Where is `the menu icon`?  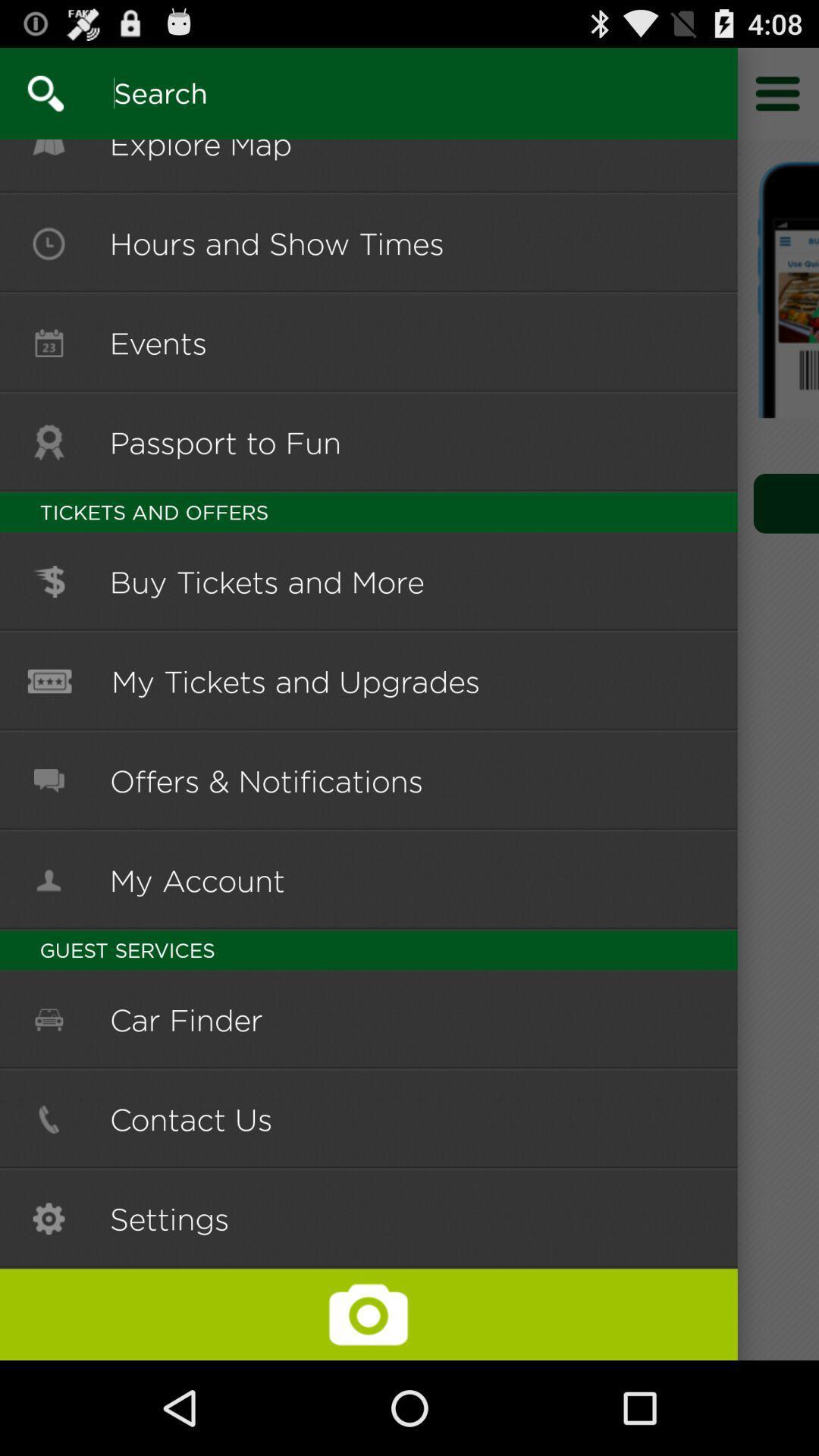
the menu icon is located at coordinates (778, 99).